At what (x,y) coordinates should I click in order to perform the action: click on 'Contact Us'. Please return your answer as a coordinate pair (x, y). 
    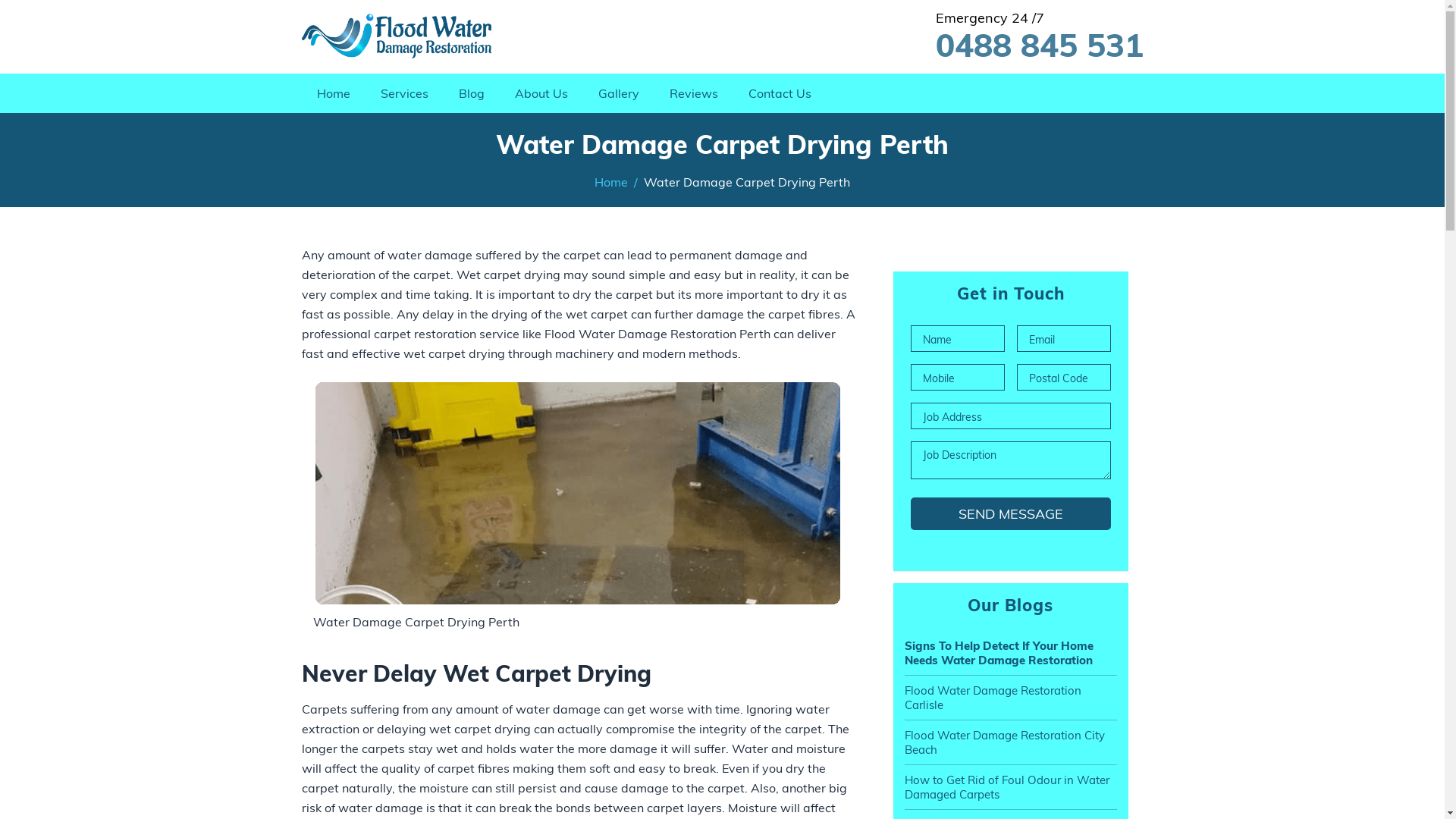
    Looking at the image, I should click on (779, 93).